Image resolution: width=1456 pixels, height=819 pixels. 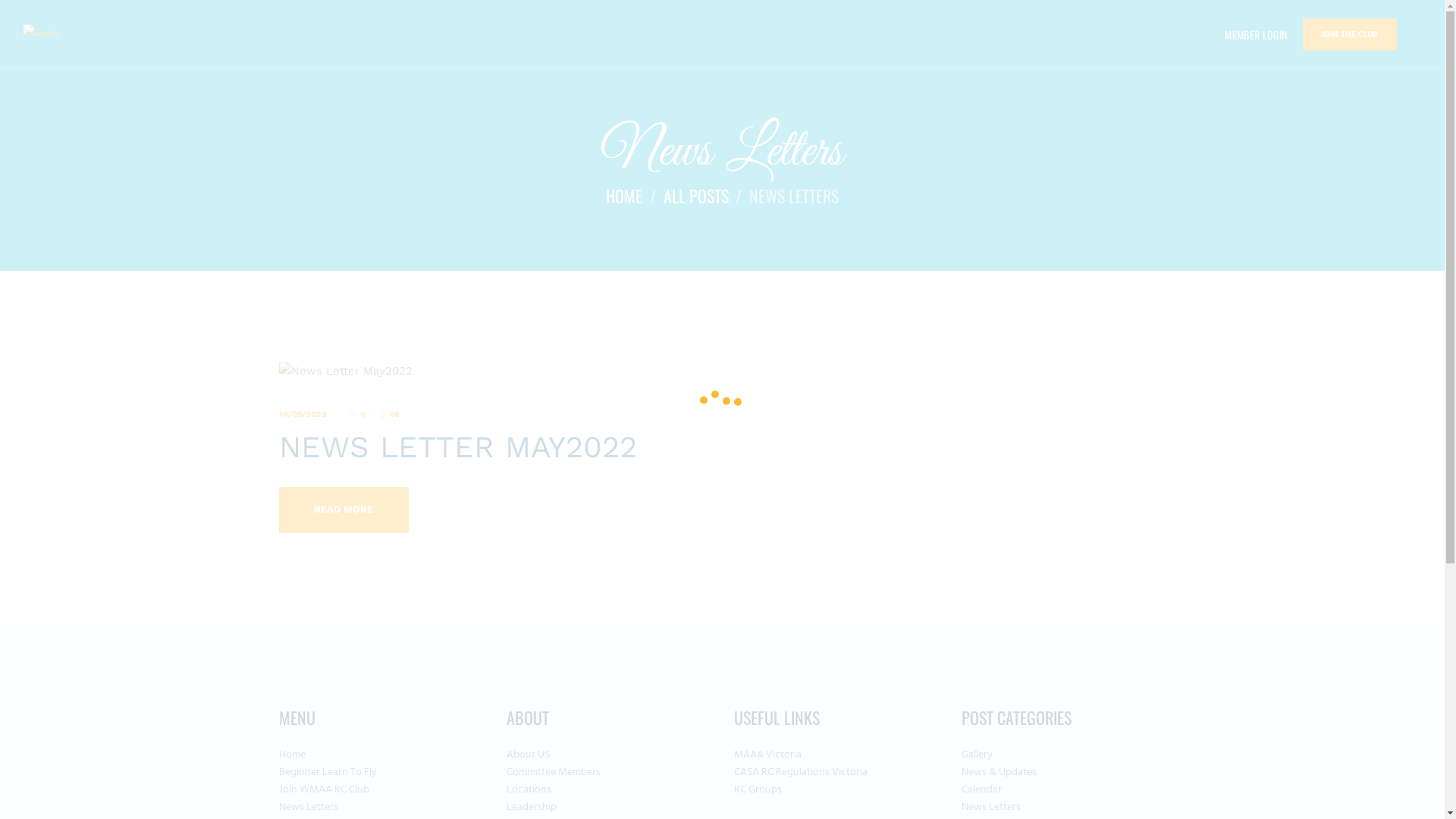 I want to click on 'ALL POSTS', so click(x=694, y=195).